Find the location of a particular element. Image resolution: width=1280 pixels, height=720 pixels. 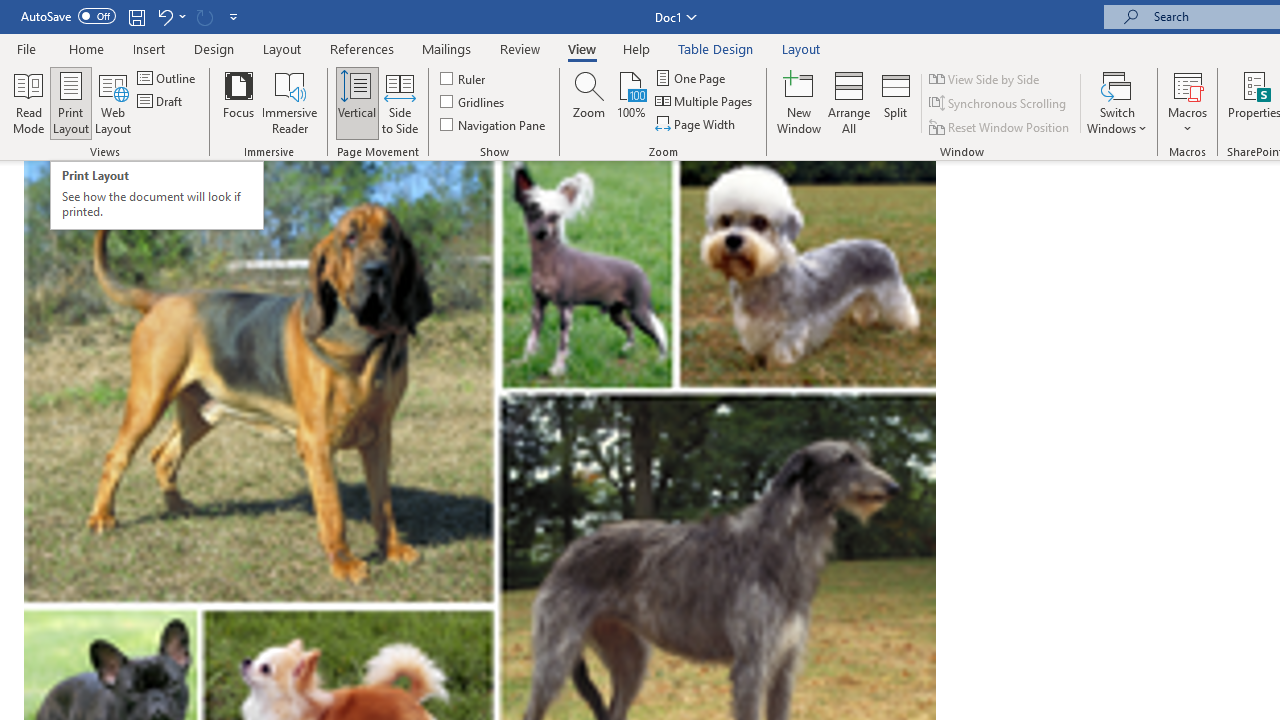

'Gridlines' is located at coordinates (472, 101).